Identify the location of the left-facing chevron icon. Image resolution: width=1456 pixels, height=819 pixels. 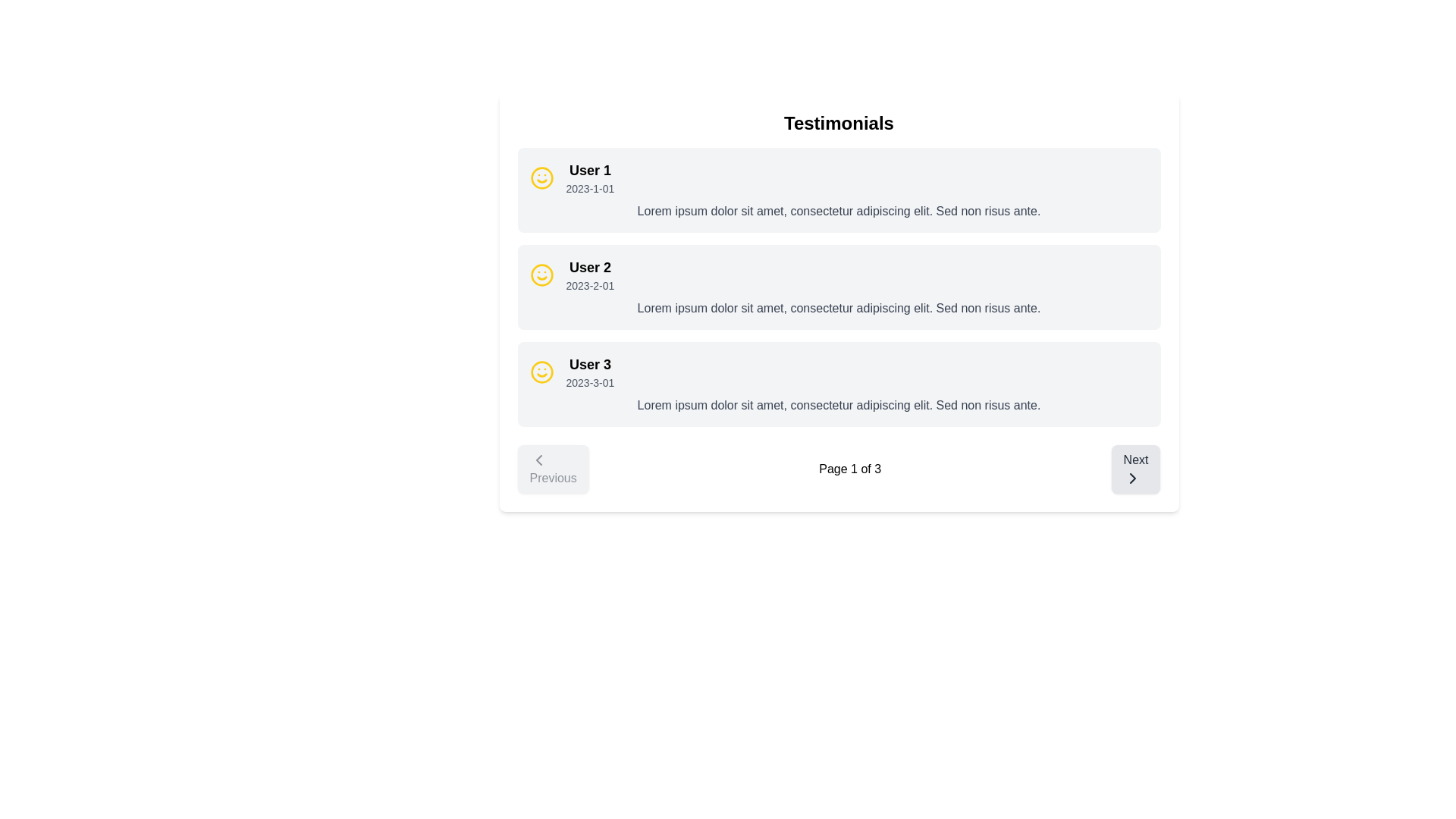
(538, 459).